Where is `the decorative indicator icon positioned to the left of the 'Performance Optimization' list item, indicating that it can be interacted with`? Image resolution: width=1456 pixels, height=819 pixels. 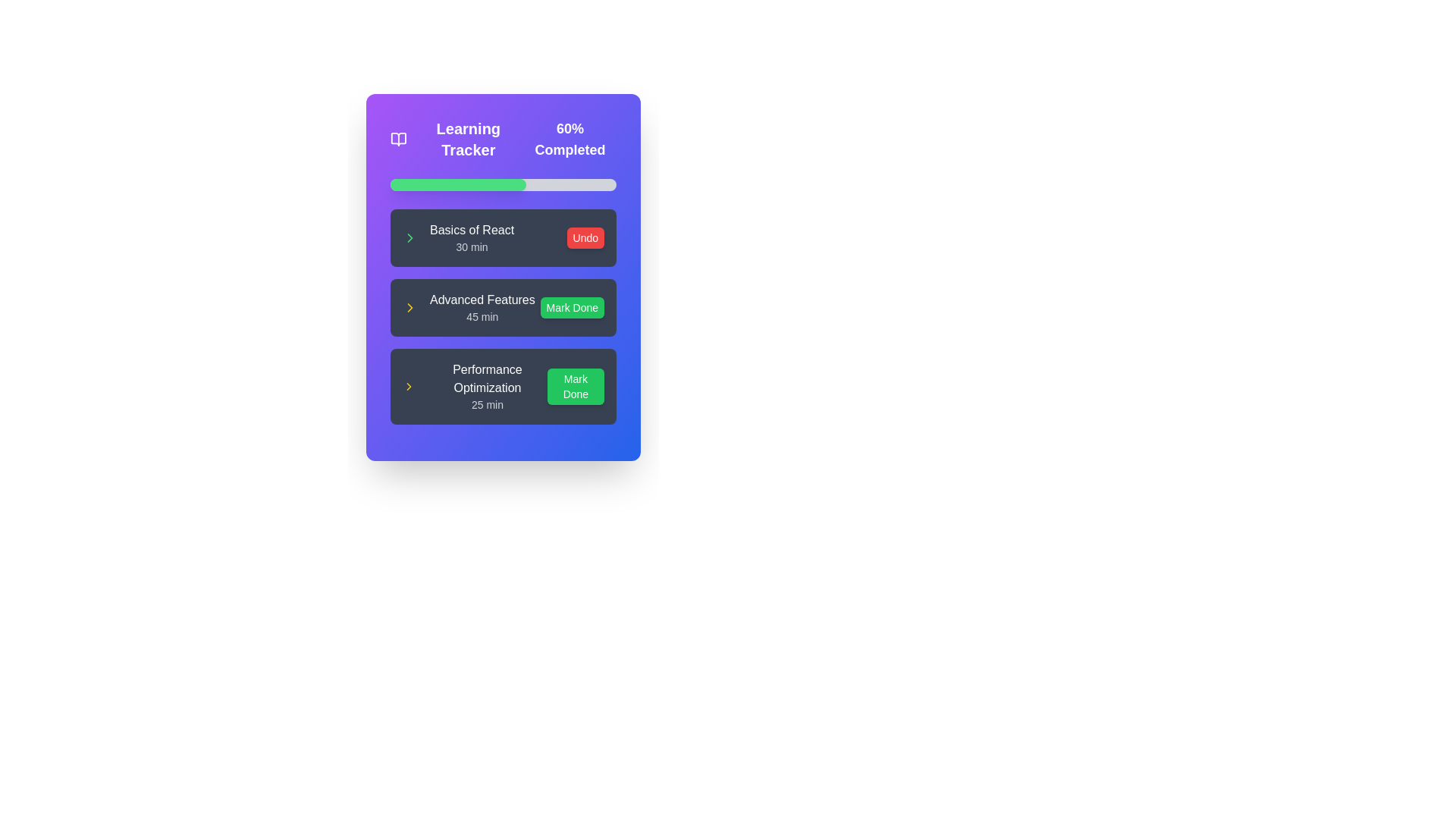
the decorative indicator icon positioned to the left of the 'Performance Optimization' list item, indicating that it can be interacted with is located at coordinates (410, 307).